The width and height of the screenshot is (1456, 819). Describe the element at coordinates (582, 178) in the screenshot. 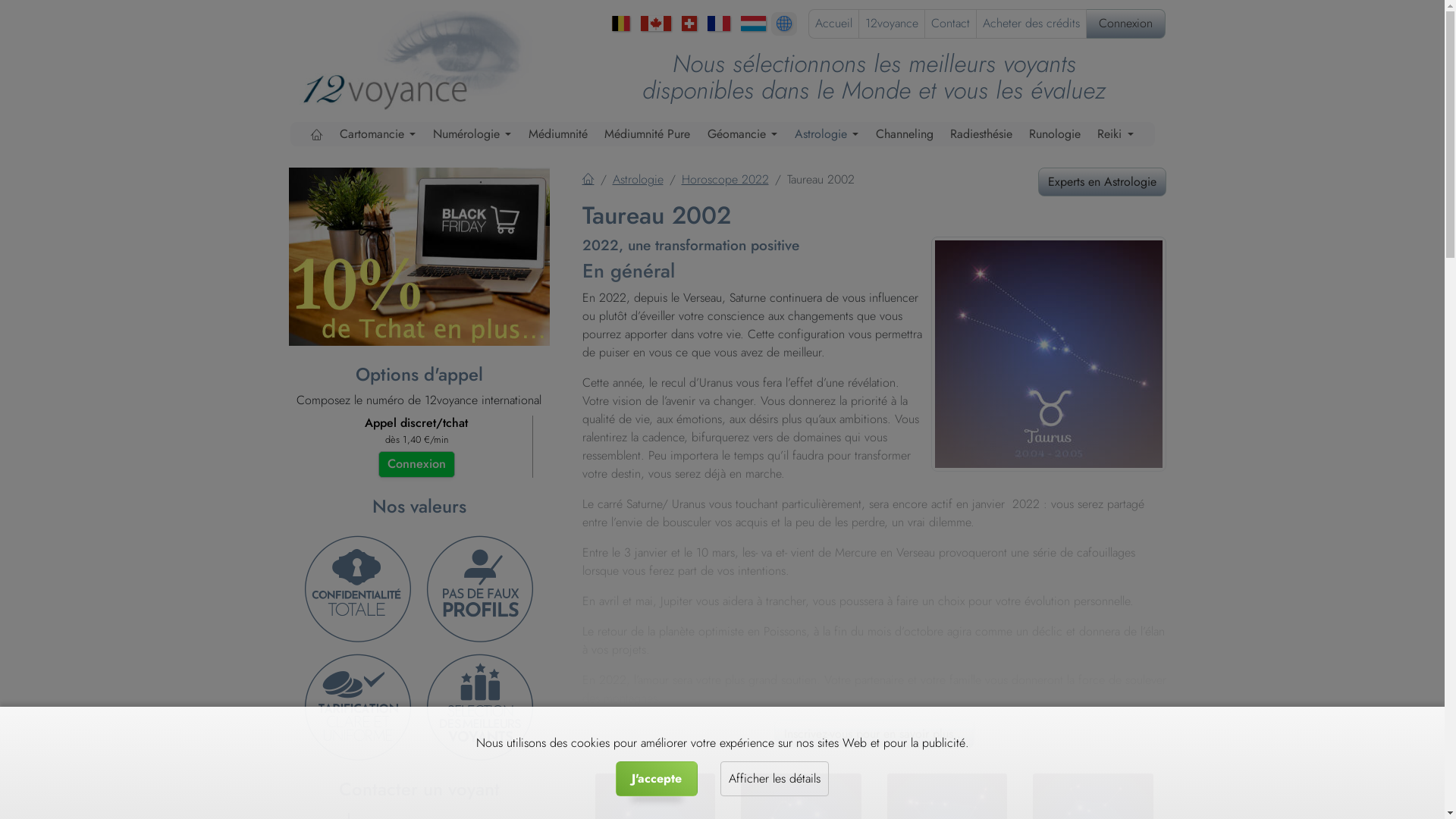

I see `'Accueil'` at that location.